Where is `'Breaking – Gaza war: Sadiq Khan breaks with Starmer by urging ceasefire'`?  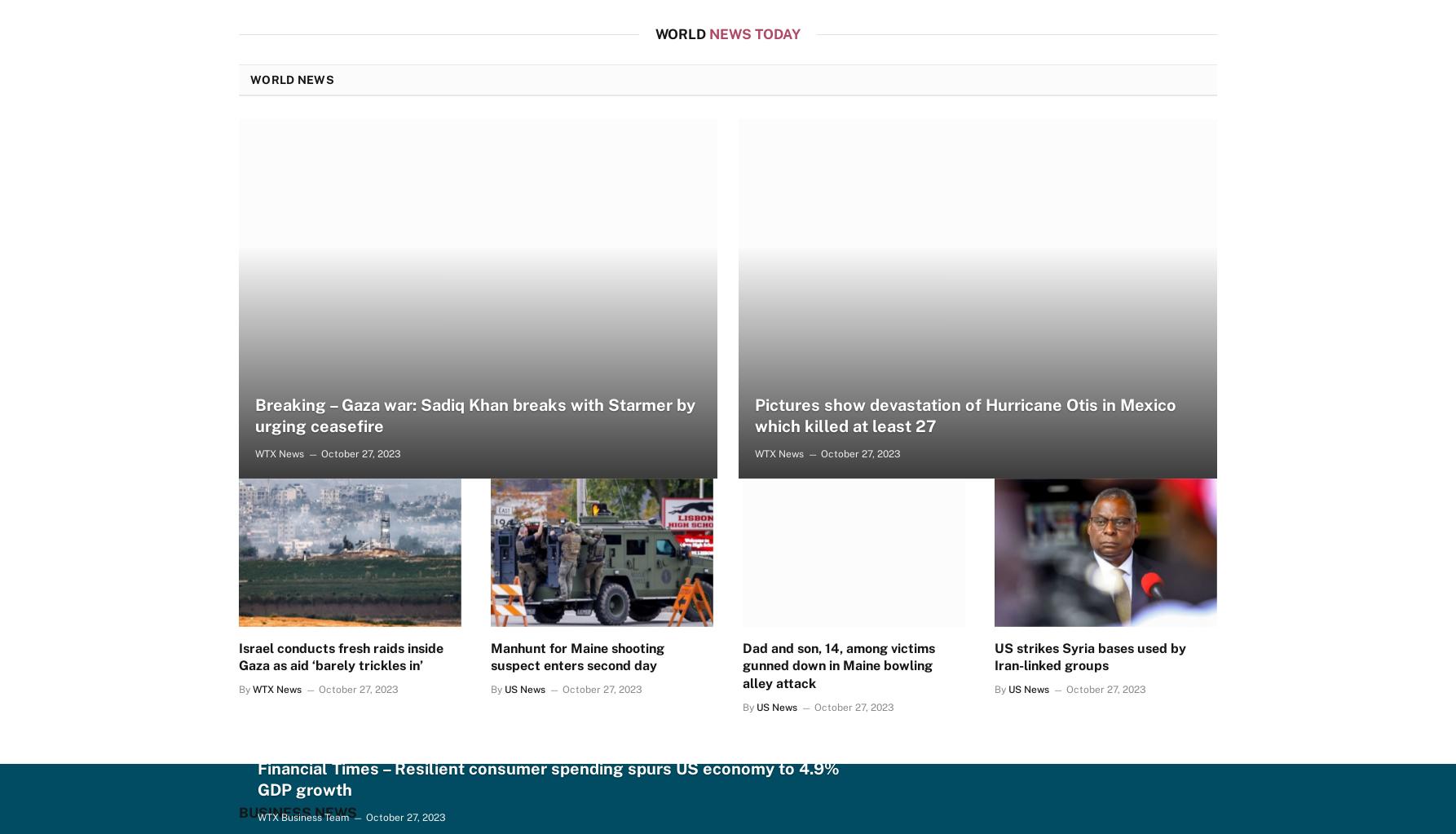
'Breaking – Gaza war: Sadiq Khan breaks with Starmer by urging ceasefire' is located at coordinates (474, 415).